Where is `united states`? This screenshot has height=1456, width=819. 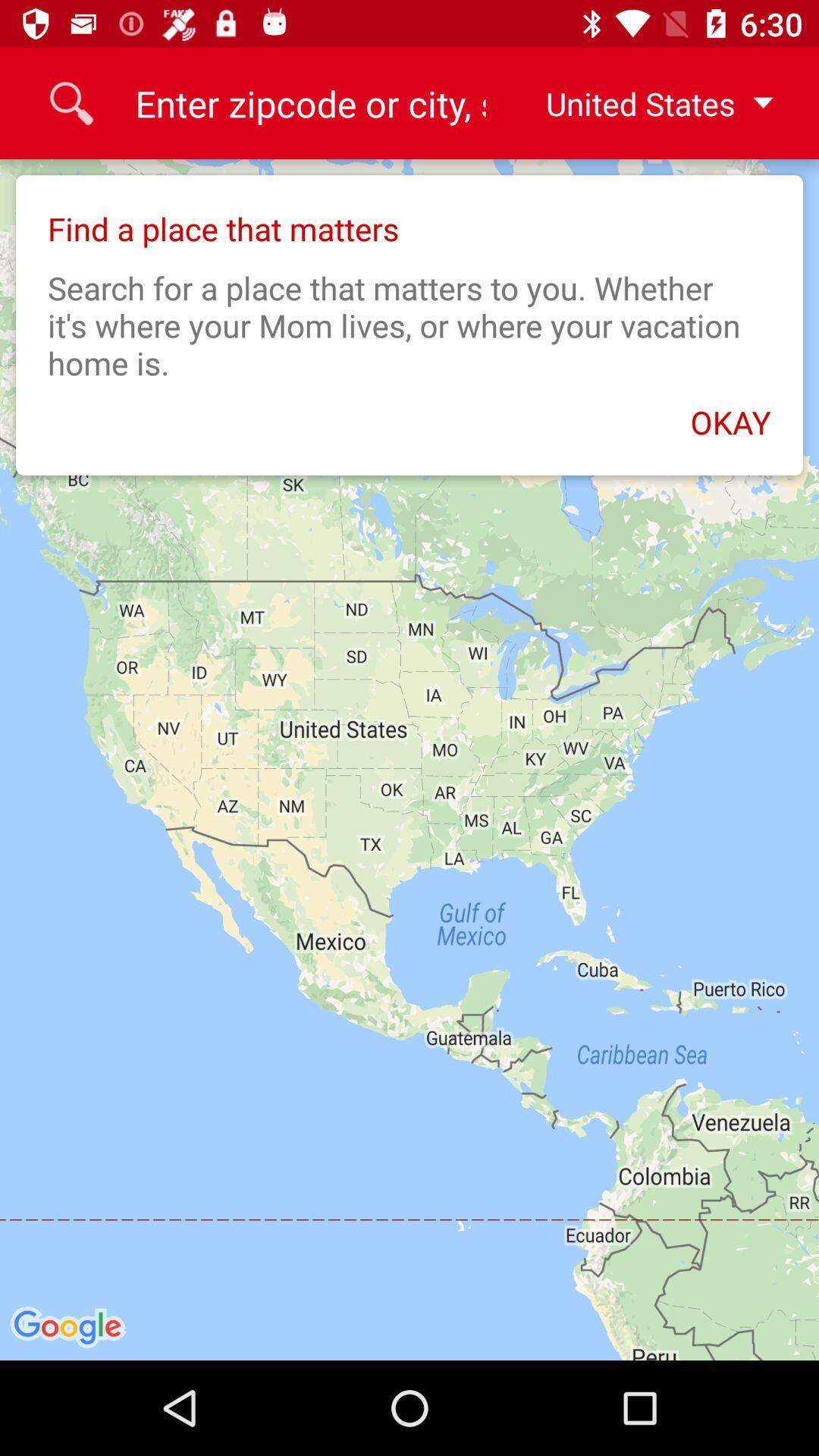 united states is located at coordinates (647, 102).